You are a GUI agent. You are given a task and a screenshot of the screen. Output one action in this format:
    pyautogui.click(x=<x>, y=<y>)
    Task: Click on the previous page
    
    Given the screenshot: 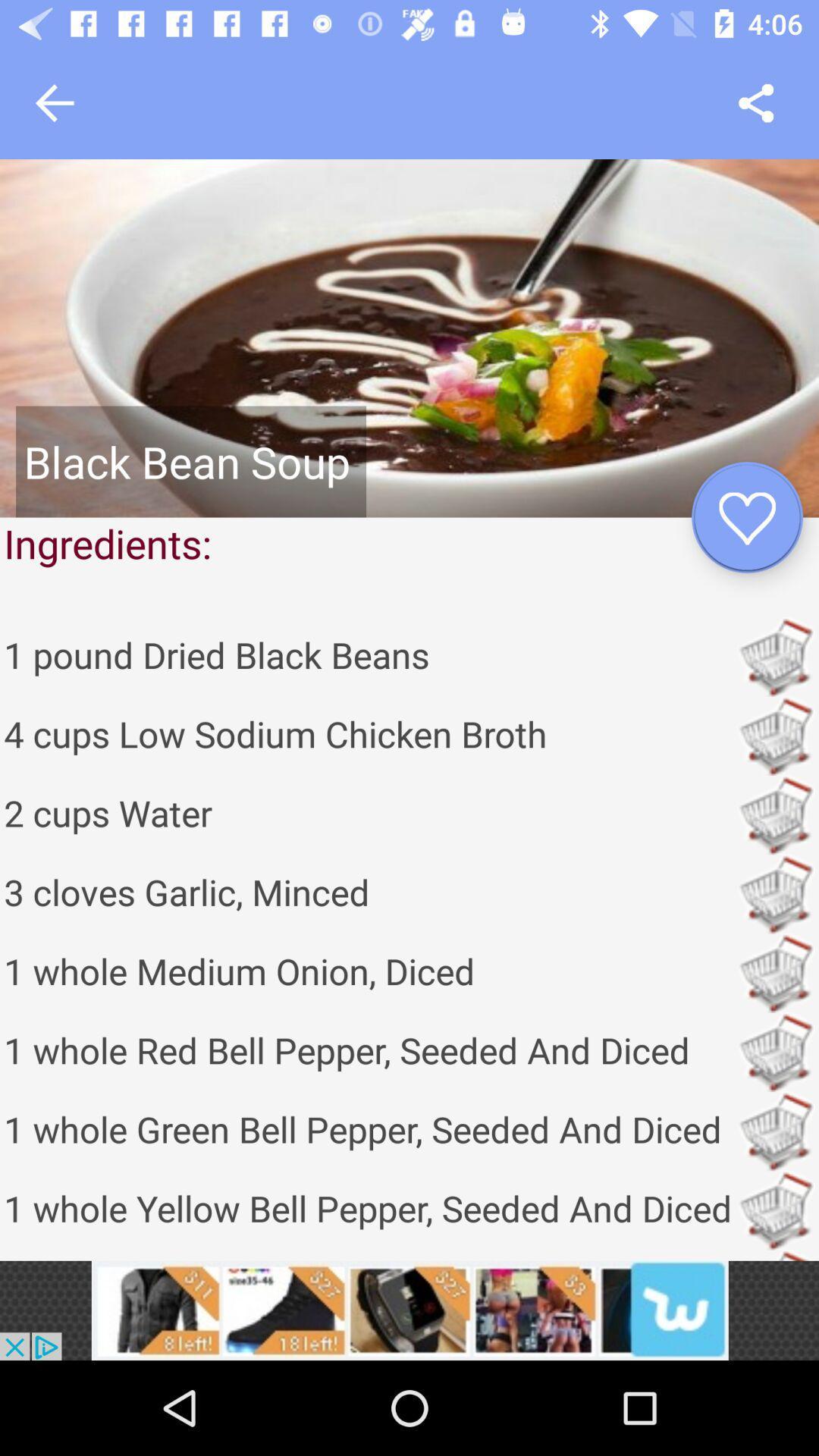 What is the action you would take?
    pyautogui.click(x=54, y=102)
    